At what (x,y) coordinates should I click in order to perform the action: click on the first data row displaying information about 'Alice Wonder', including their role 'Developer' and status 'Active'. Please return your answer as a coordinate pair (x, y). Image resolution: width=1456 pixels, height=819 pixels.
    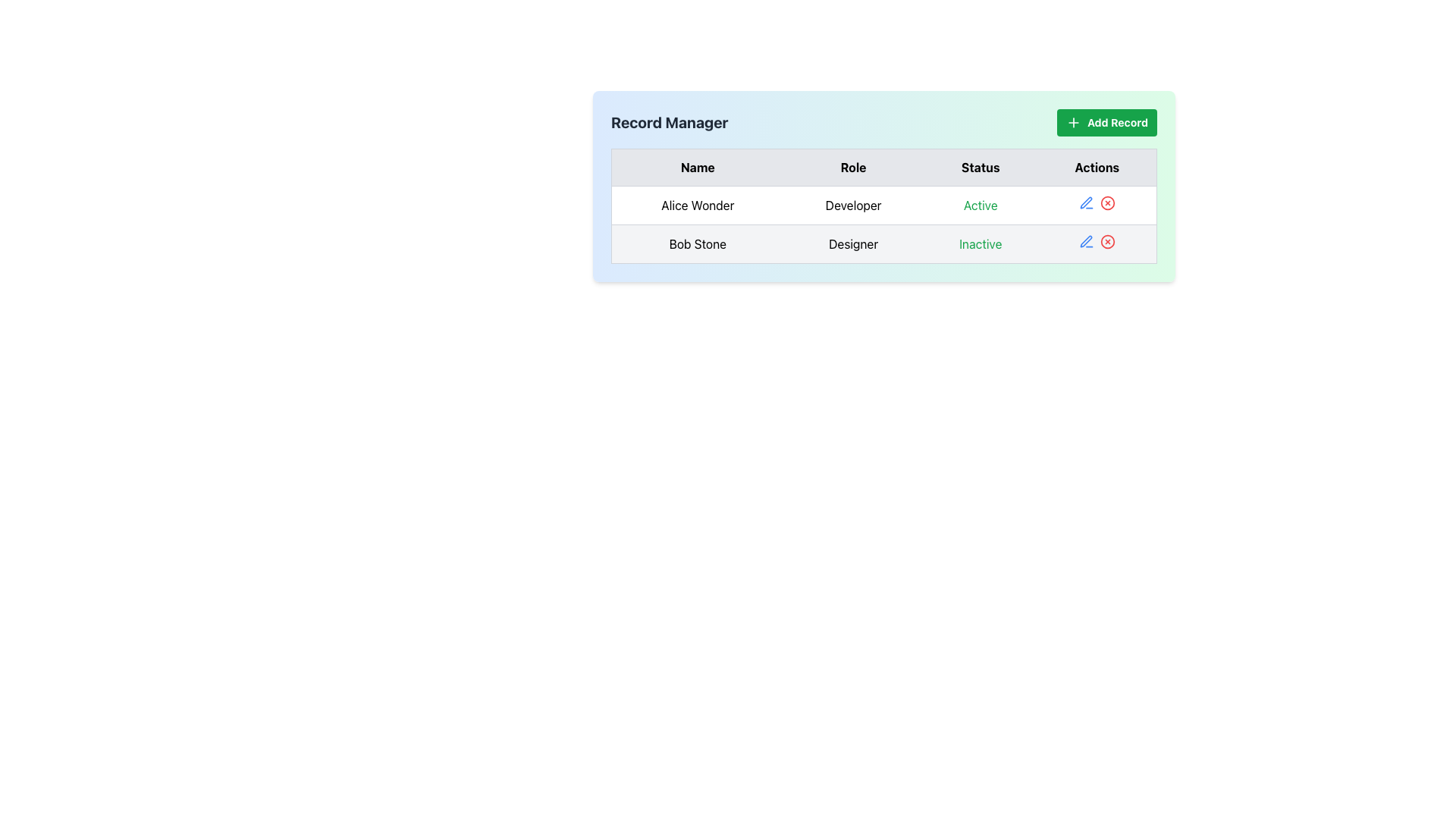
    Looking at the image, I should click on (884, 224).